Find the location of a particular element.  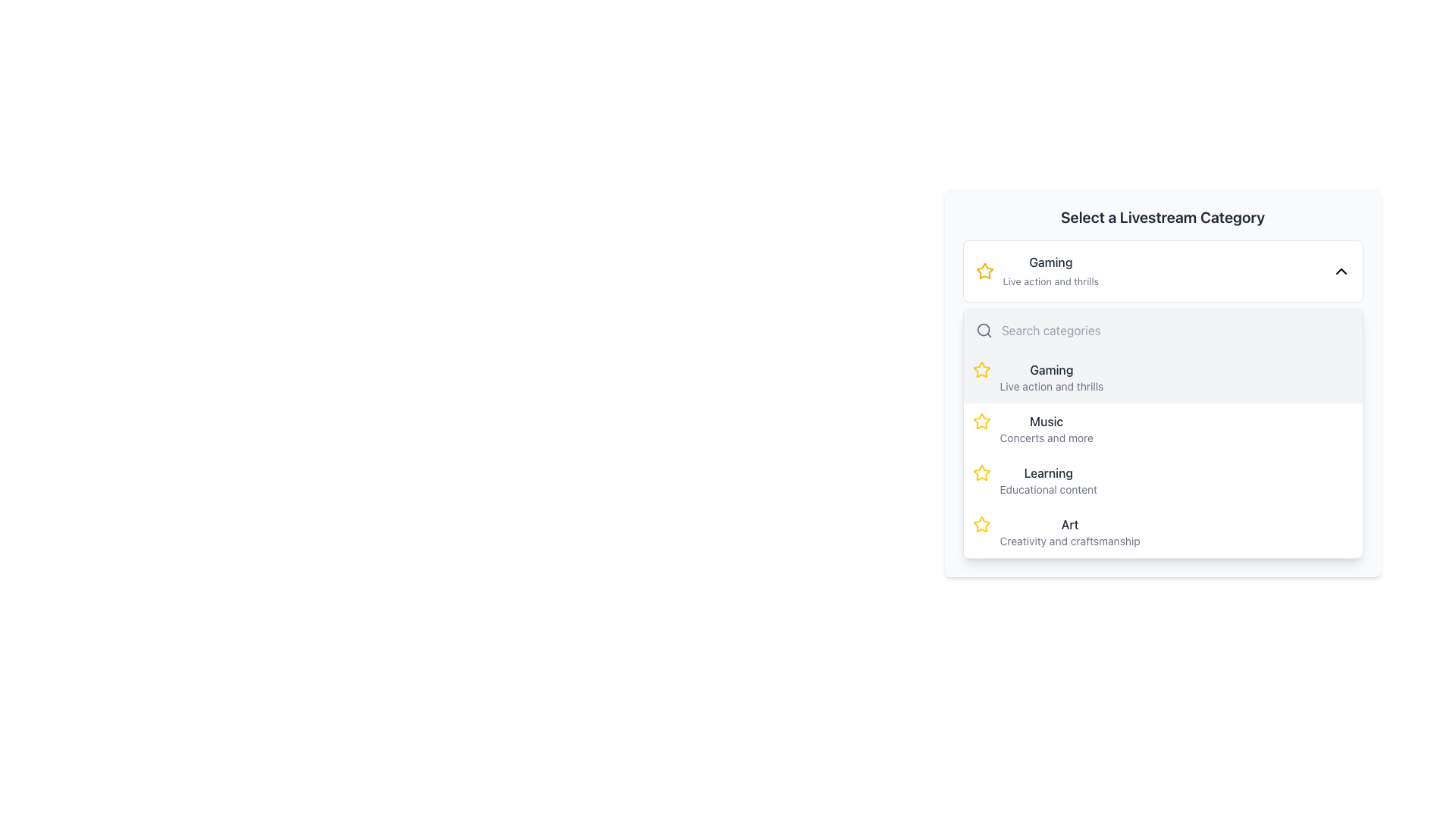

the star-shaped icon with a bold yellow border and white-filled interior located to the left of the 'Art' entry in the category list is located at coordinates (981, 523).